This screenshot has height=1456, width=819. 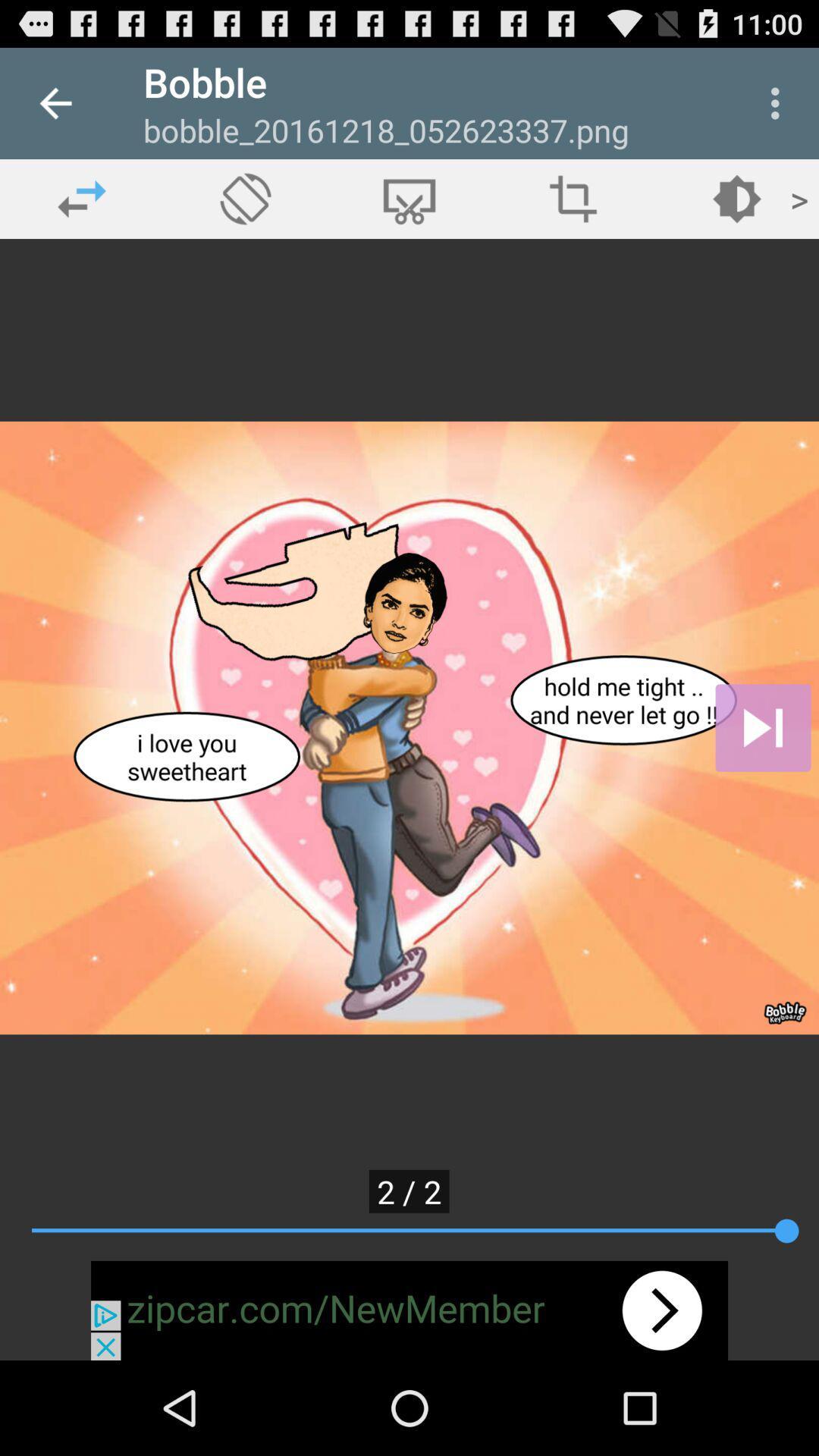 What do you see at coordinates (245, 198) in the screenshot?
I see `rotate screen` at bounding box center [245, 198].